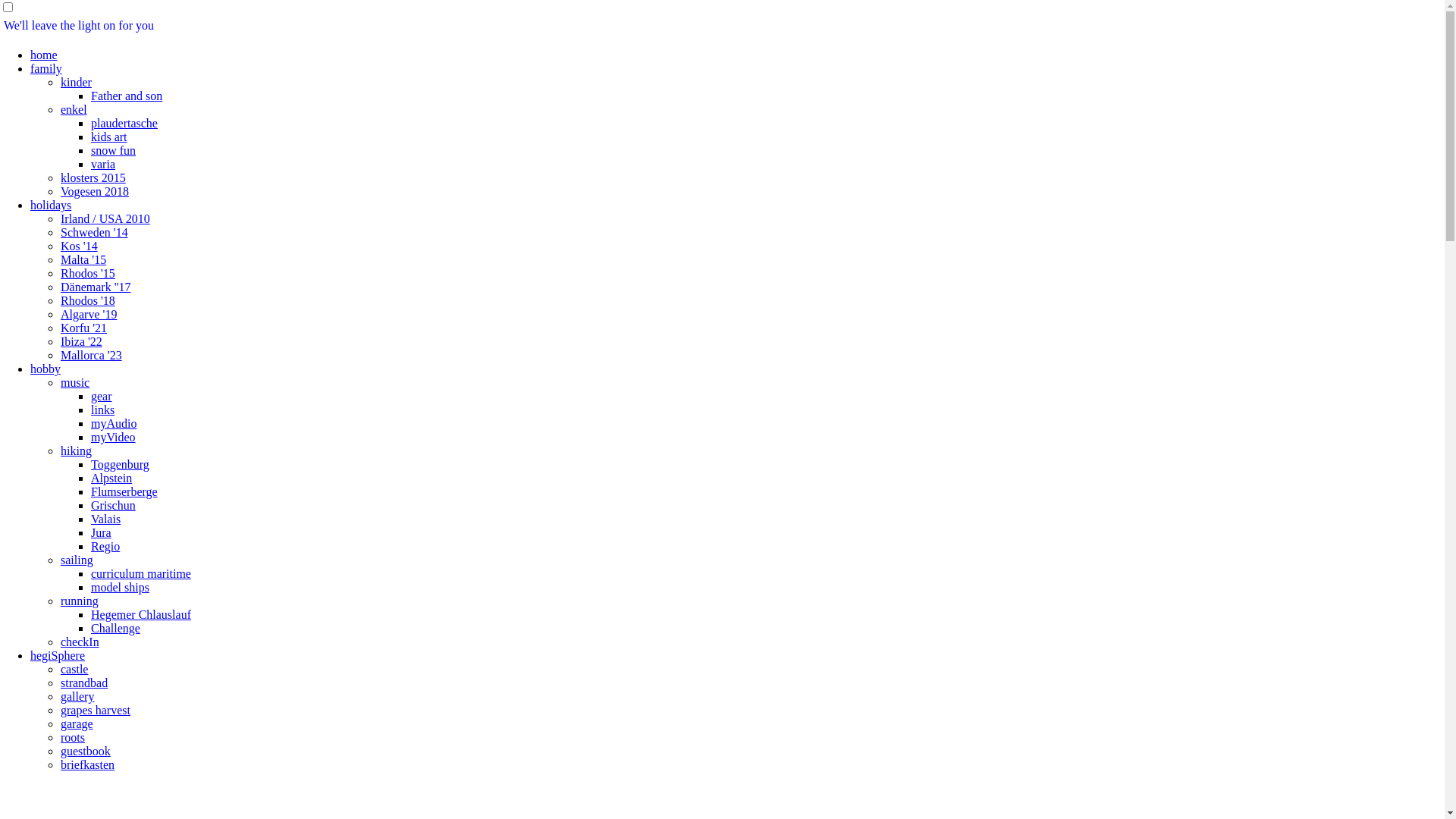 This screenshot has height=819, width=1456. What do you see at coordinates (61, 273) in the screenshot?
I see `'Rhodos '15'` at bounding box center [61, 273].